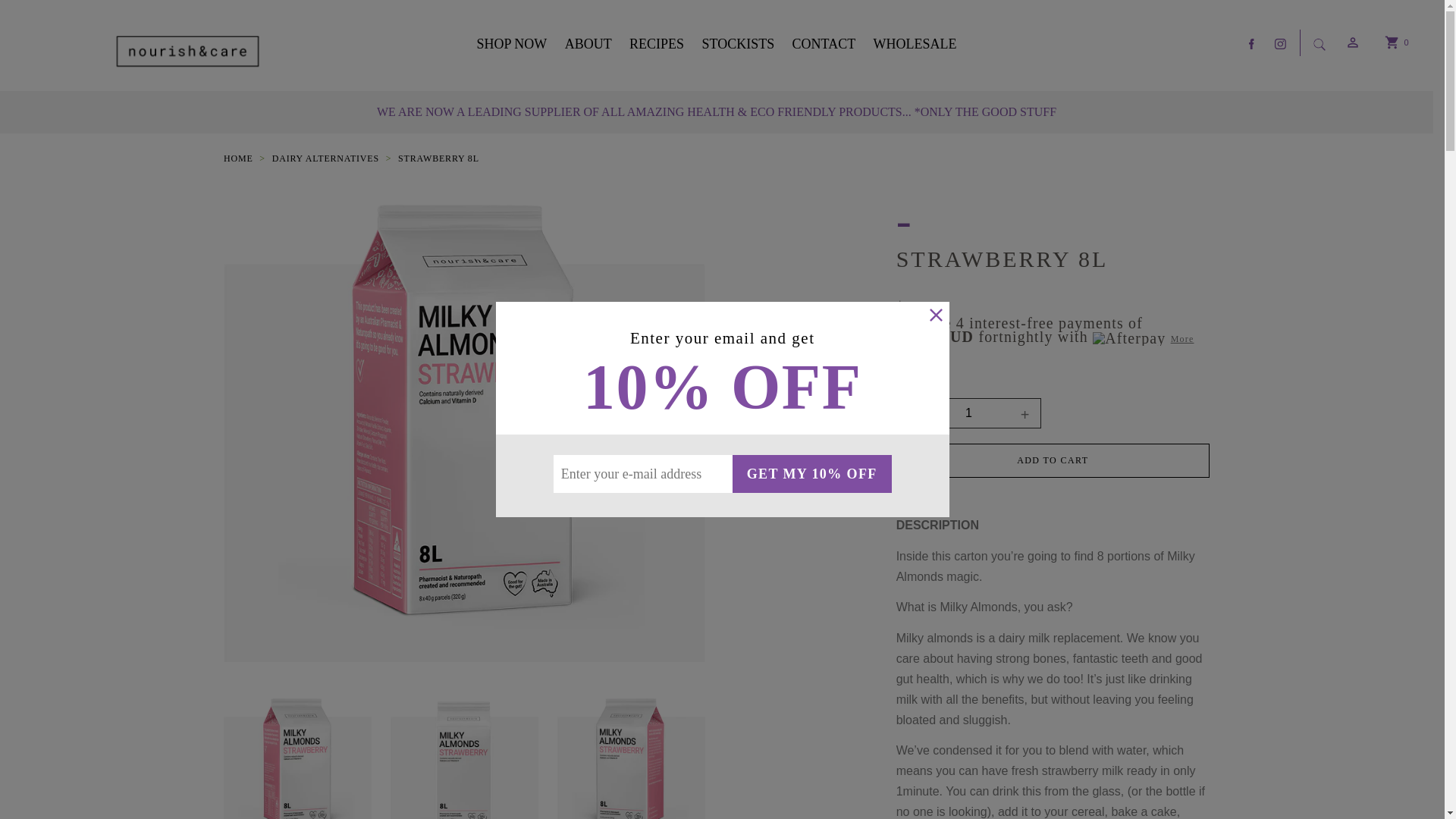 The height and width of the screenshot is (819, 1456). What do you see at coordinates (826, 43) in the screenshot?
I see `'CONTACT'` at bounding box center [826, 43].